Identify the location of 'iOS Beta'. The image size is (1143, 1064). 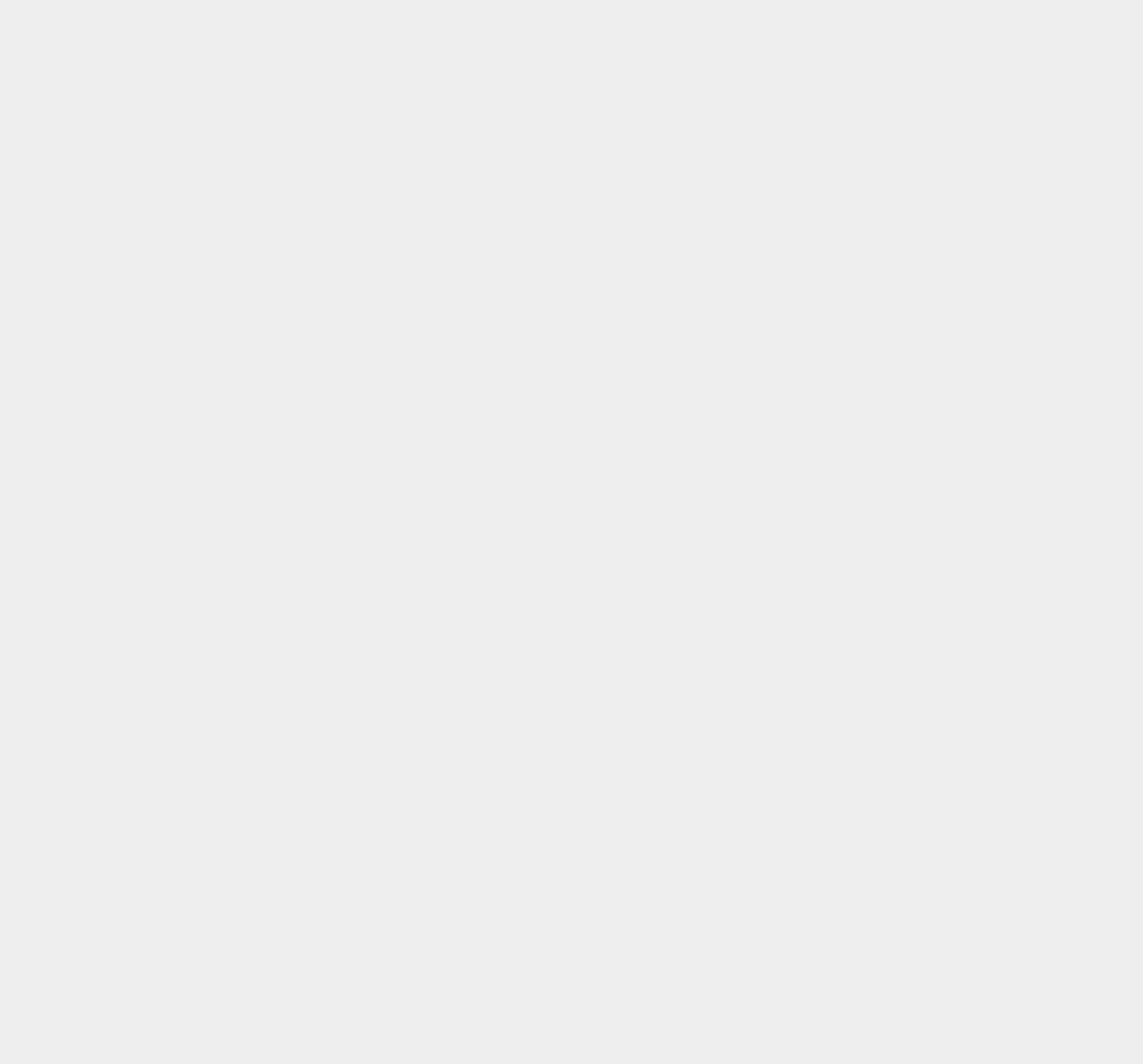
(833, 287).